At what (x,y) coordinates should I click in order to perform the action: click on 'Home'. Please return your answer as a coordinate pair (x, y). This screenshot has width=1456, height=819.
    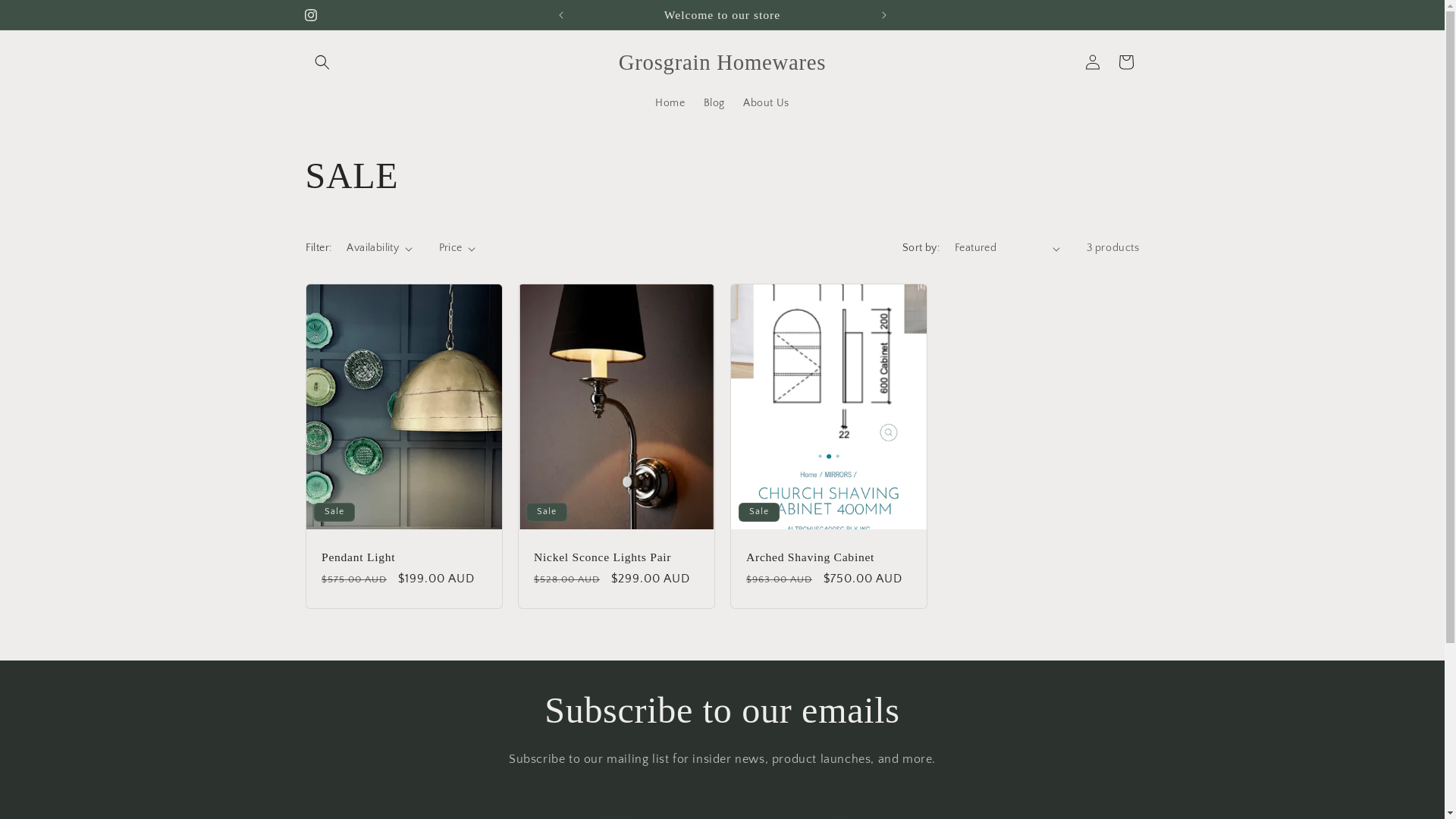
    Looking at the image, I should click on (669, 102).